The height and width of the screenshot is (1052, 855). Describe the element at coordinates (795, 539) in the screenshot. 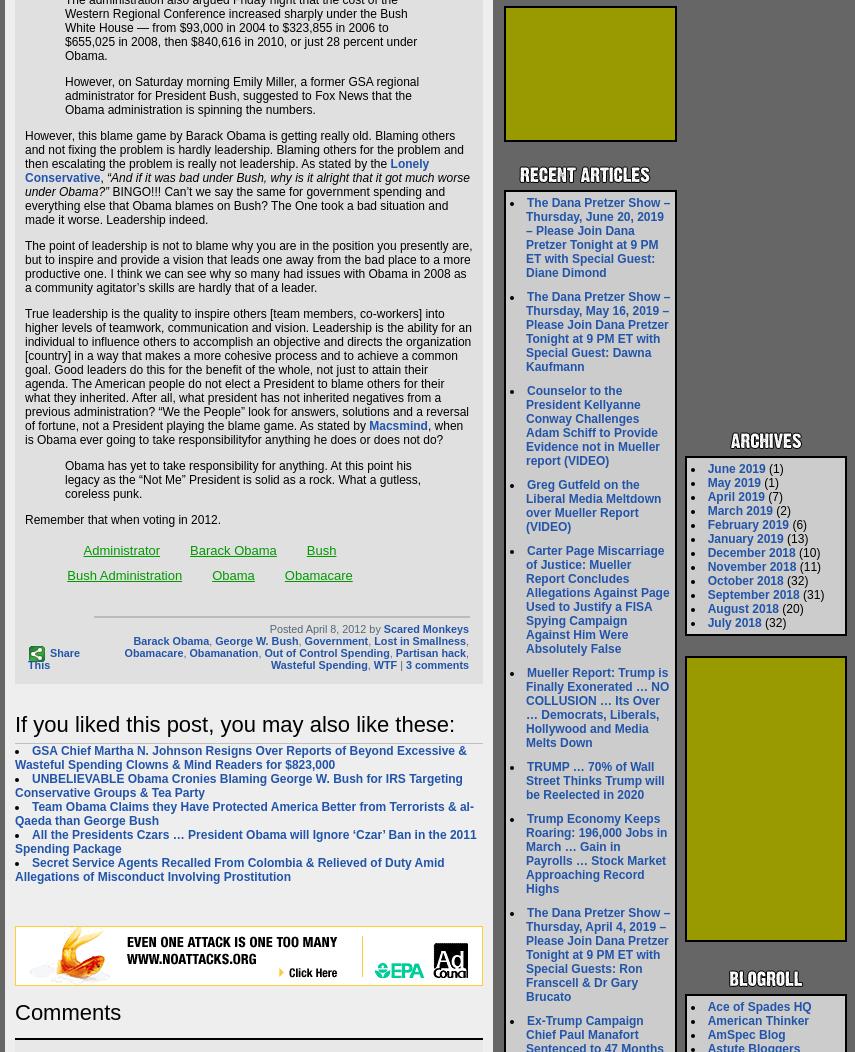

I see `'(13)'` at that location.